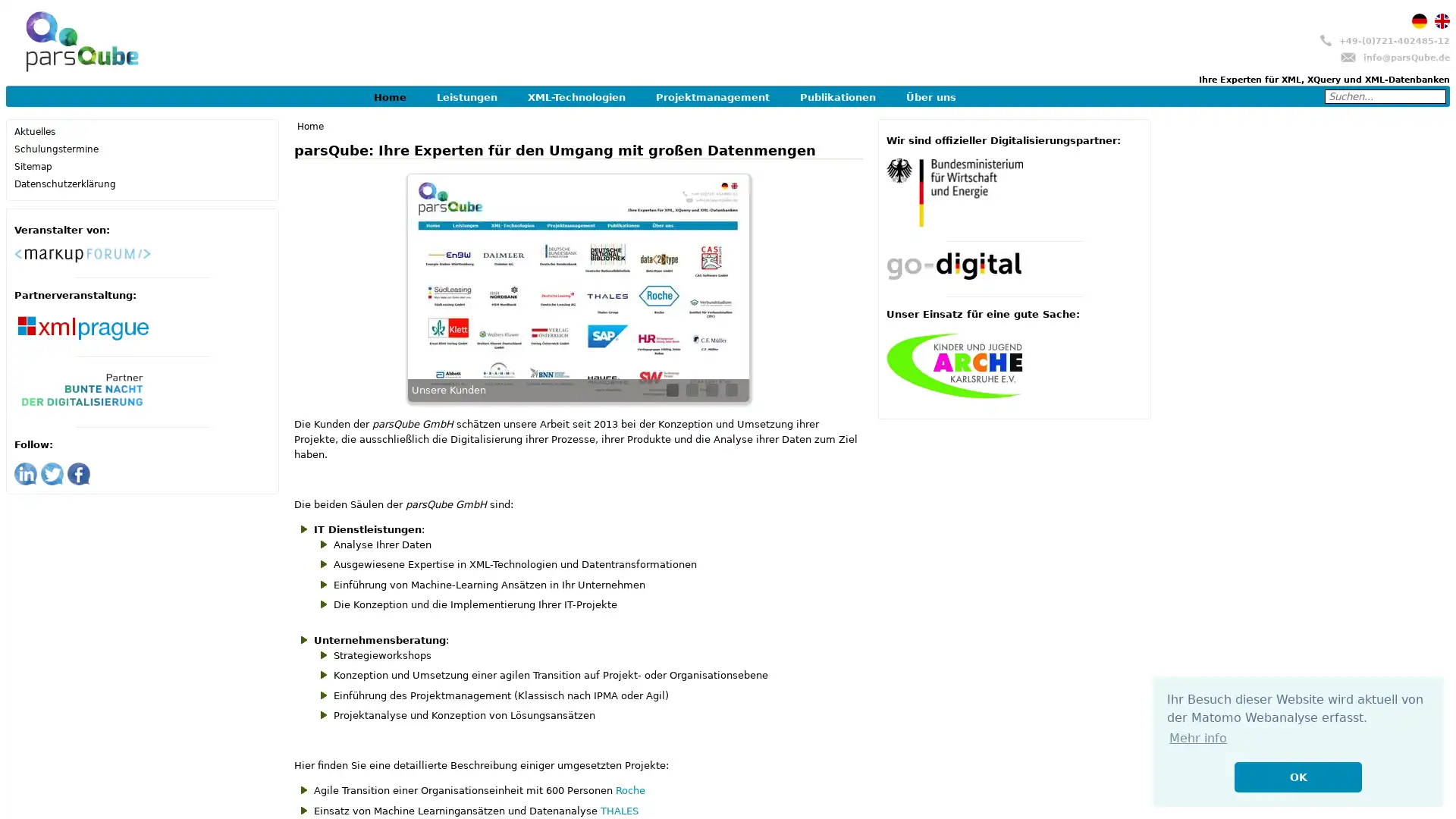 The height and width of the screenshot is (819, 1456). What do you see at coordinates (1197, 737) in the screenshot?
I see `learn more about cookies` at bounding box center [1197, 737].